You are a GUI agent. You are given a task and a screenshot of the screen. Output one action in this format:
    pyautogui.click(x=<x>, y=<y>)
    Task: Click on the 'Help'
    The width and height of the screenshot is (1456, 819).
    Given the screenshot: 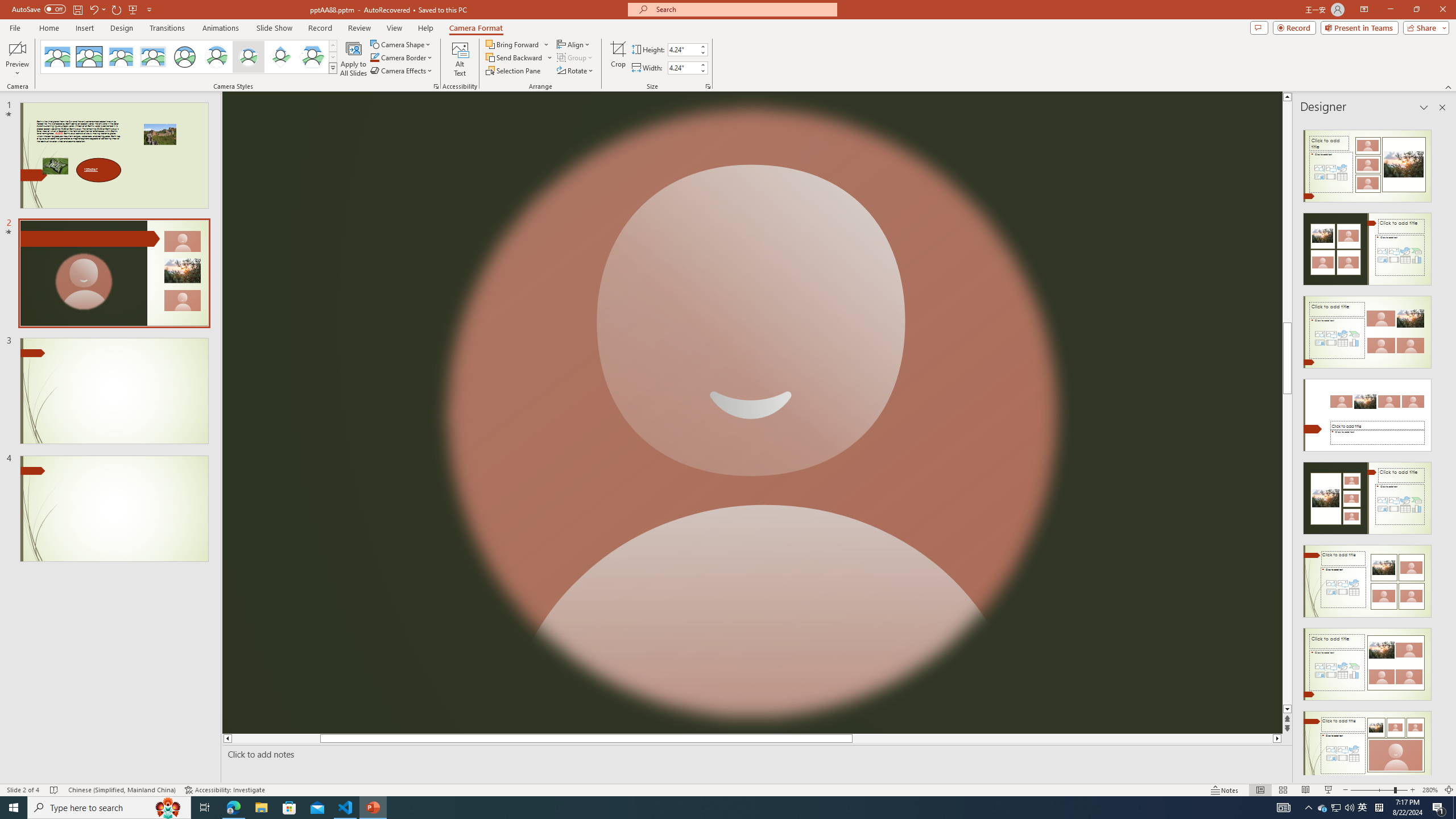 What is the action you would take?
    pyautogui.click(x=425, y=28)
    